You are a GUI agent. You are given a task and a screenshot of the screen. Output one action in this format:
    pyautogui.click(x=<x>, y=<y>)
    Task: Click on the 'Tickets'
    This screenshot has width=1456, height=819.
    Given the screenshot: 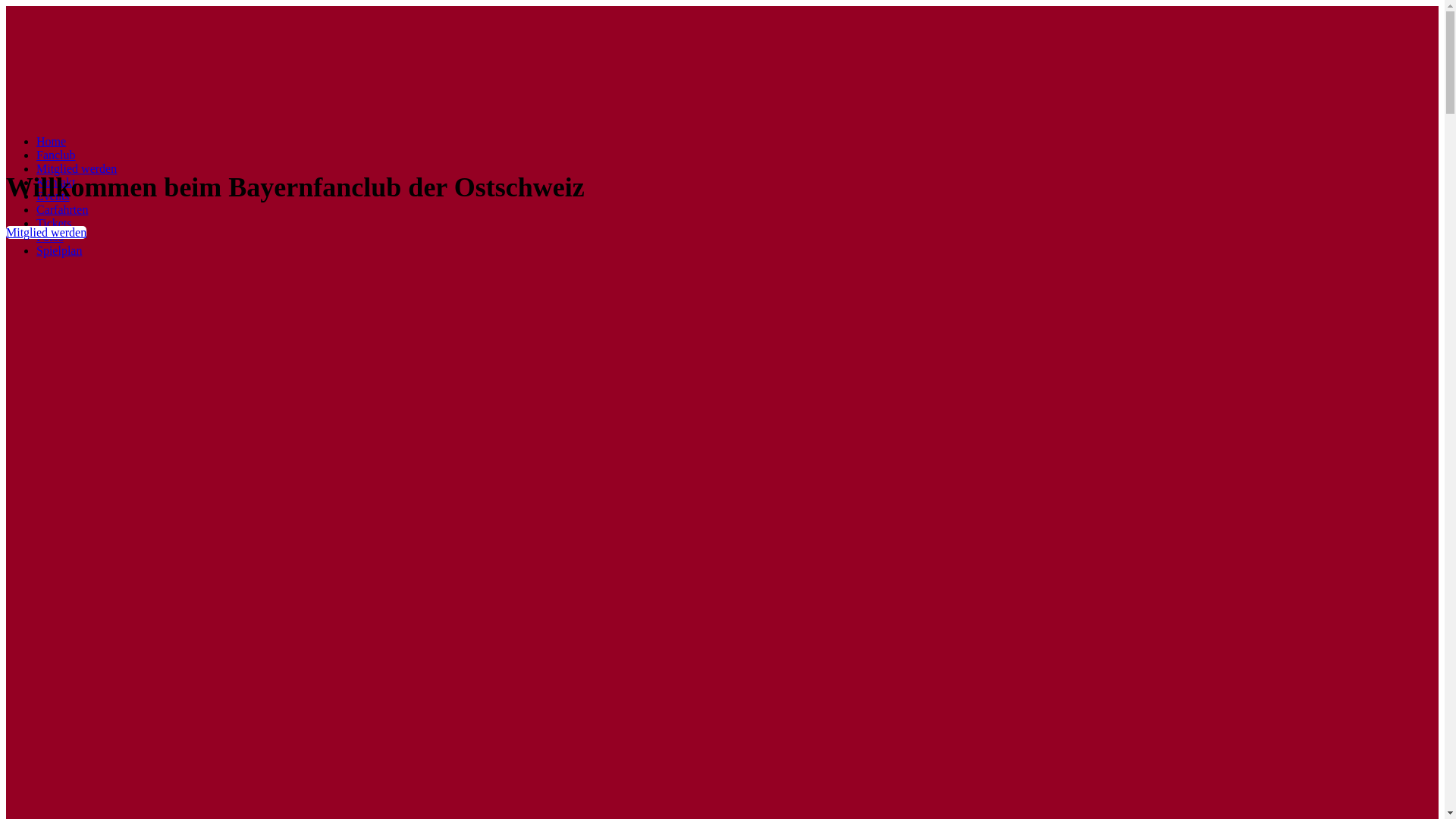 What is the action you would take?
    pyautogui.click(x=54, y=223)
    